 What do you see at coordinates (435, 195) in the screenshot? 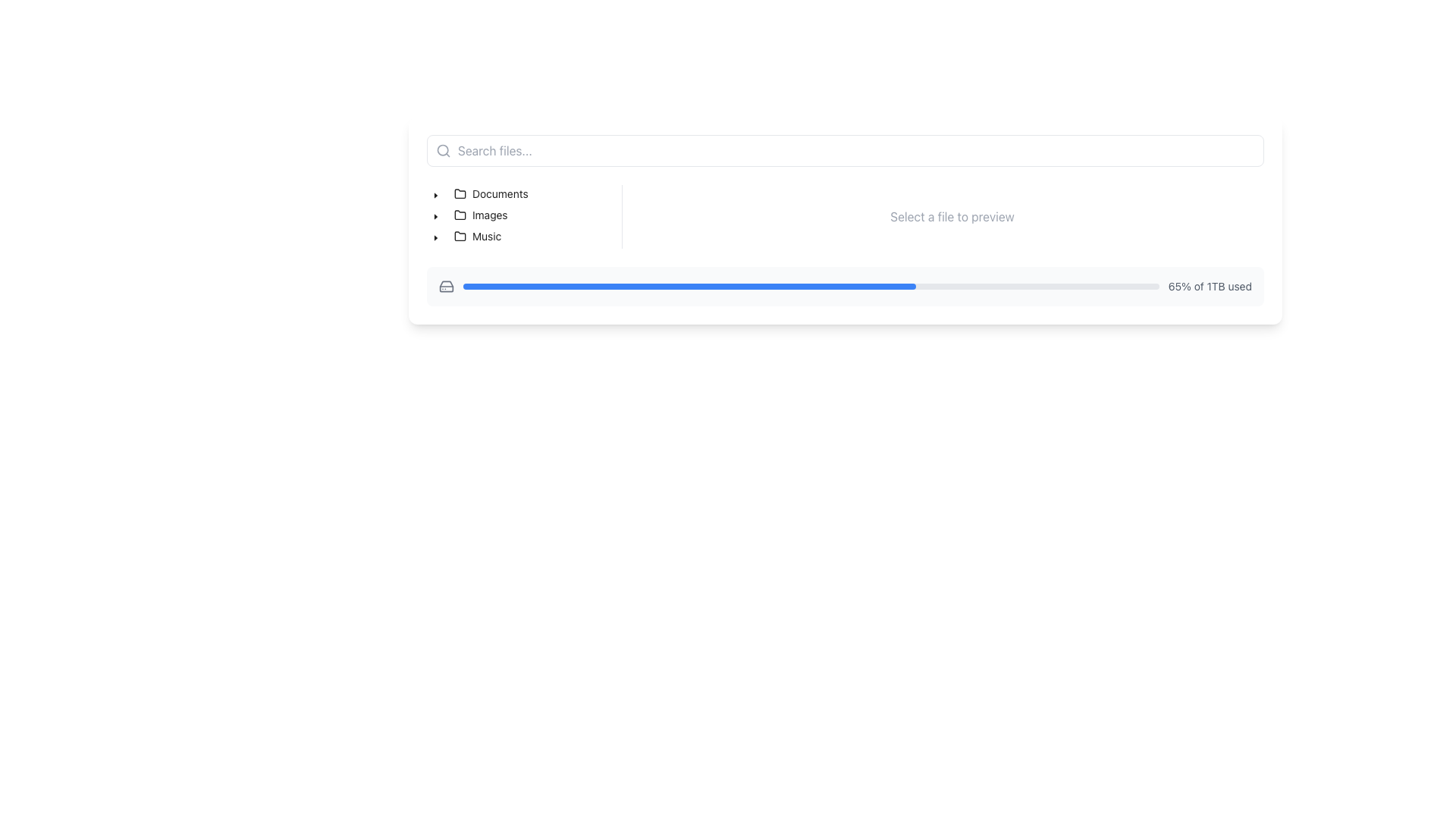
I see `the icon next to the 'Documents' label` at bounding box center [435, 195].